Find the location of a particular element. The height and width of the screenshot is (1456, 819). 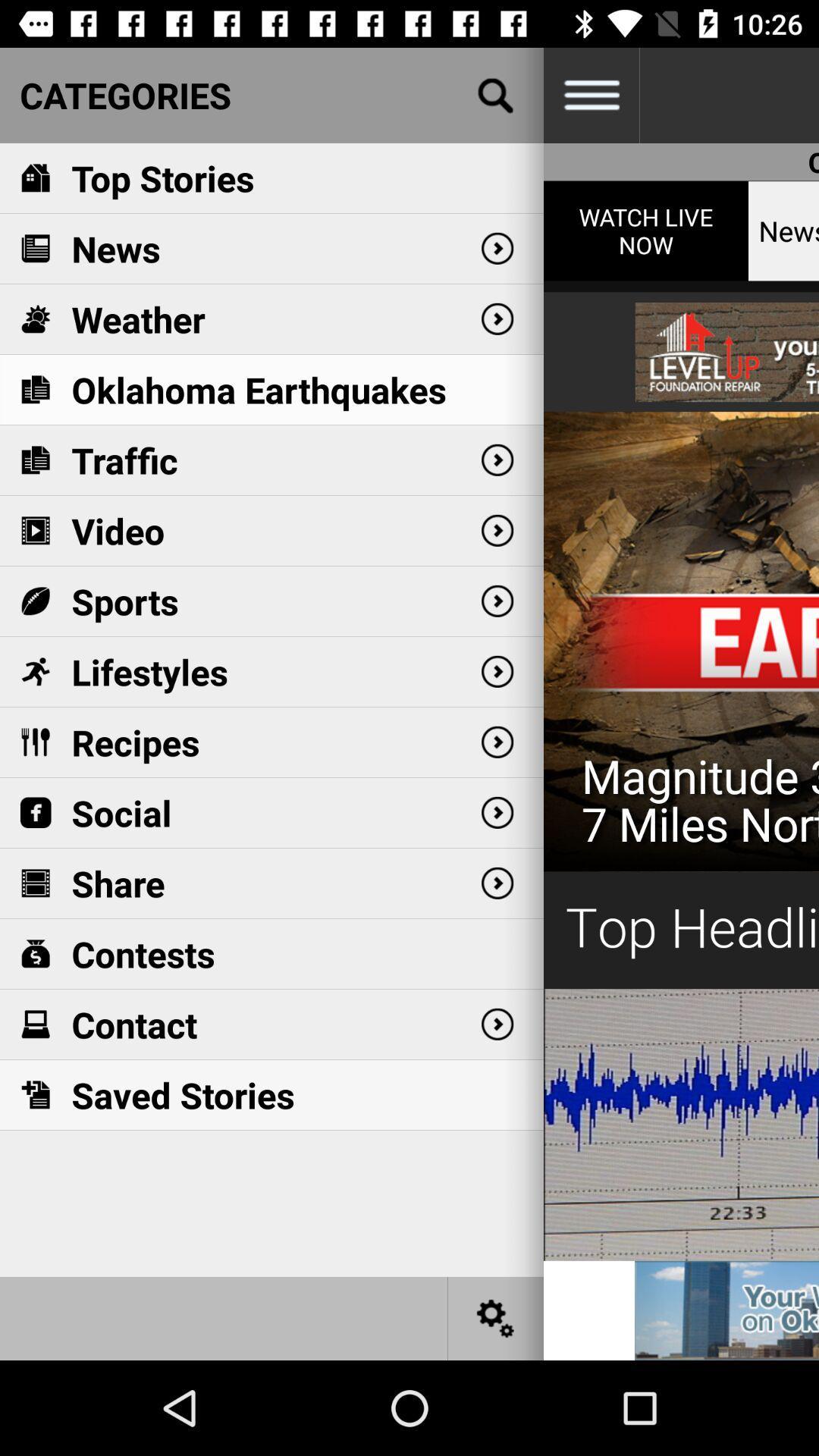

setting is located at coordinates (496, 1317).